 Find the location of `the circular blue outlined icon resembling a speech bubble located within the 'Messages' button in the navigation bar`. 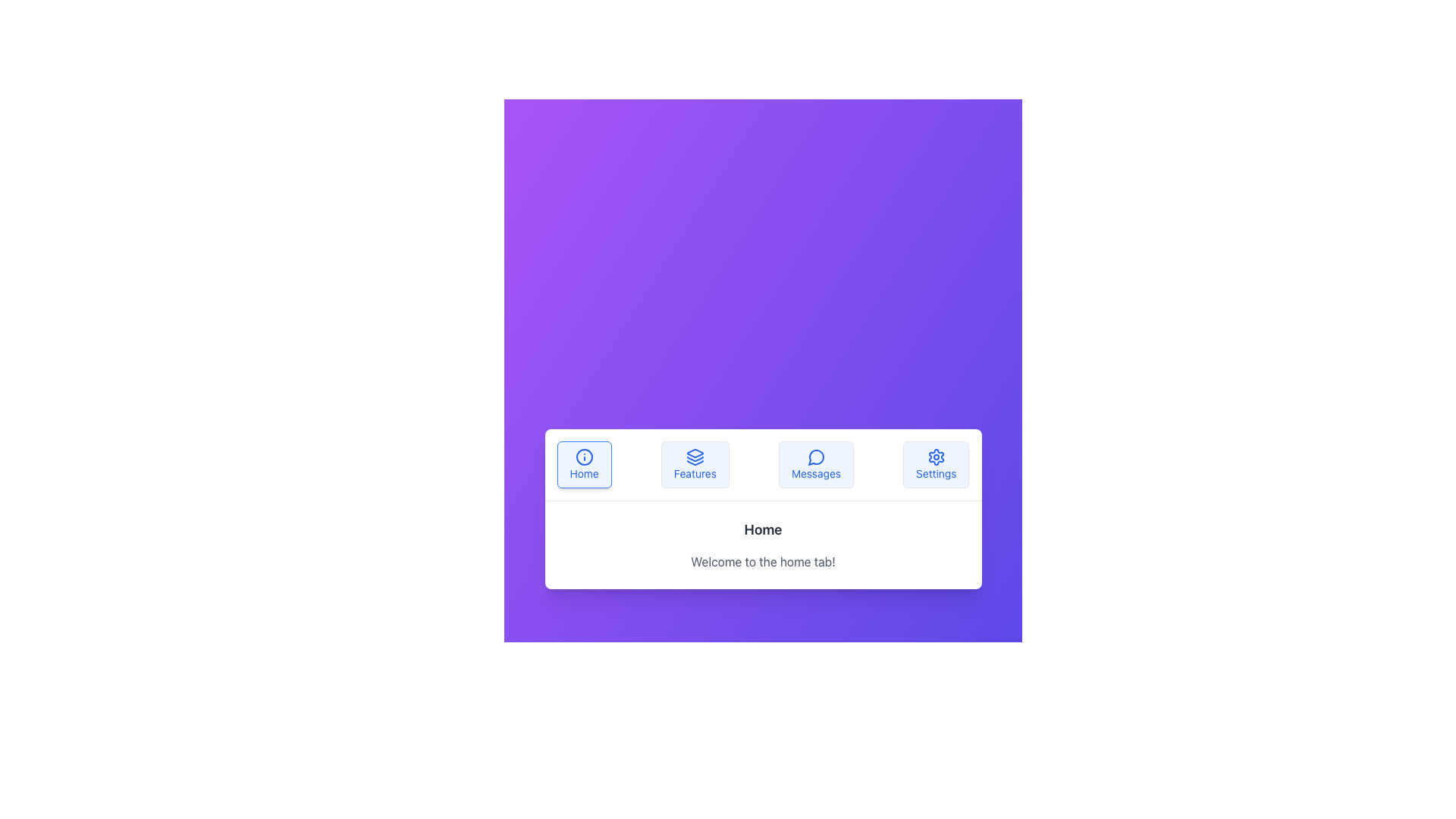

the circular blue outlined icon resembling a speech bubble located within the 'Messages' button in the navigation bar is located at coordinates (815, 456).